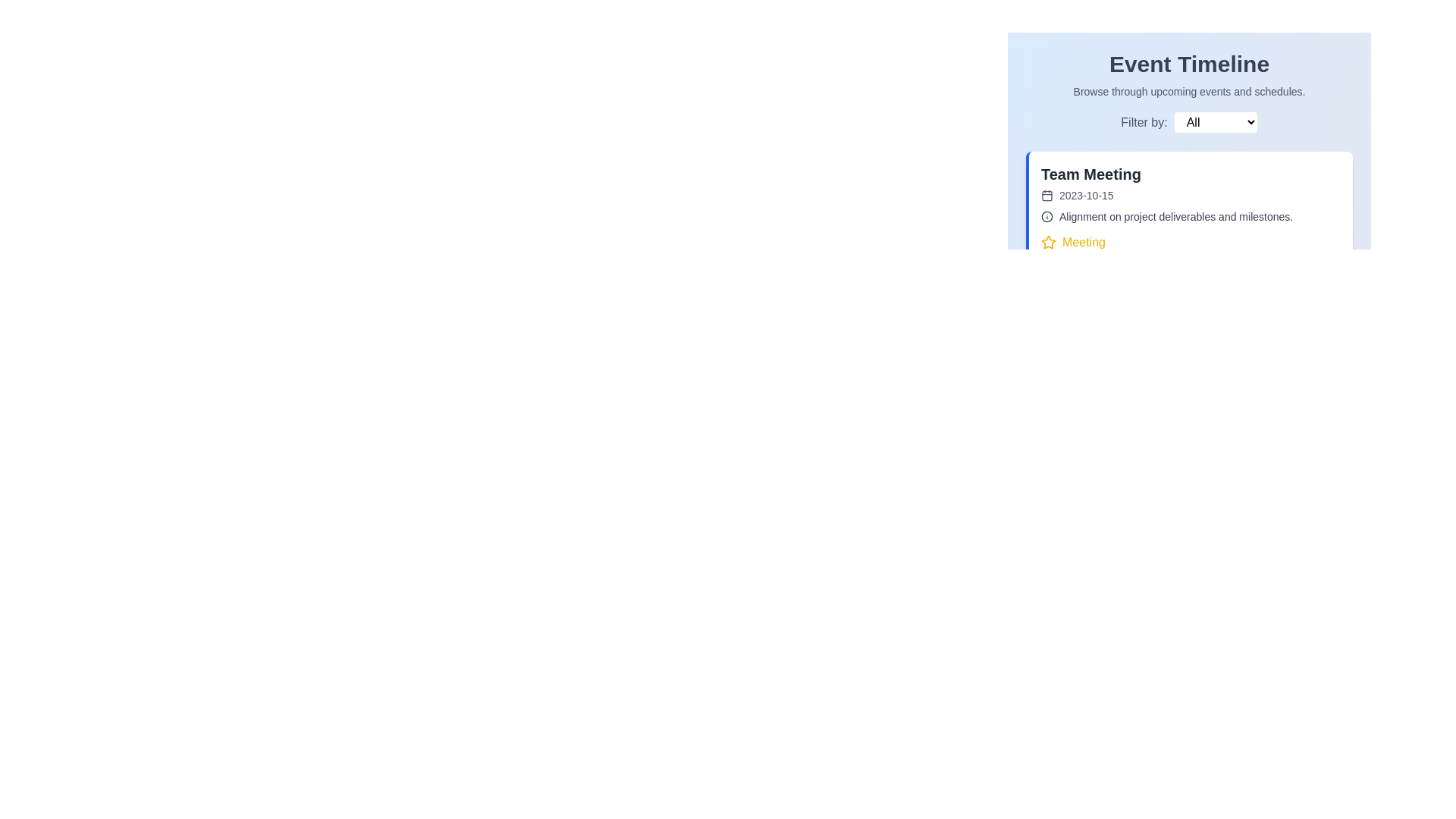  Describe the element at coordinates (1046, 195) in the screenshot. I see `the calendar icon located to the left of the '2023-10-15' text` at that location.